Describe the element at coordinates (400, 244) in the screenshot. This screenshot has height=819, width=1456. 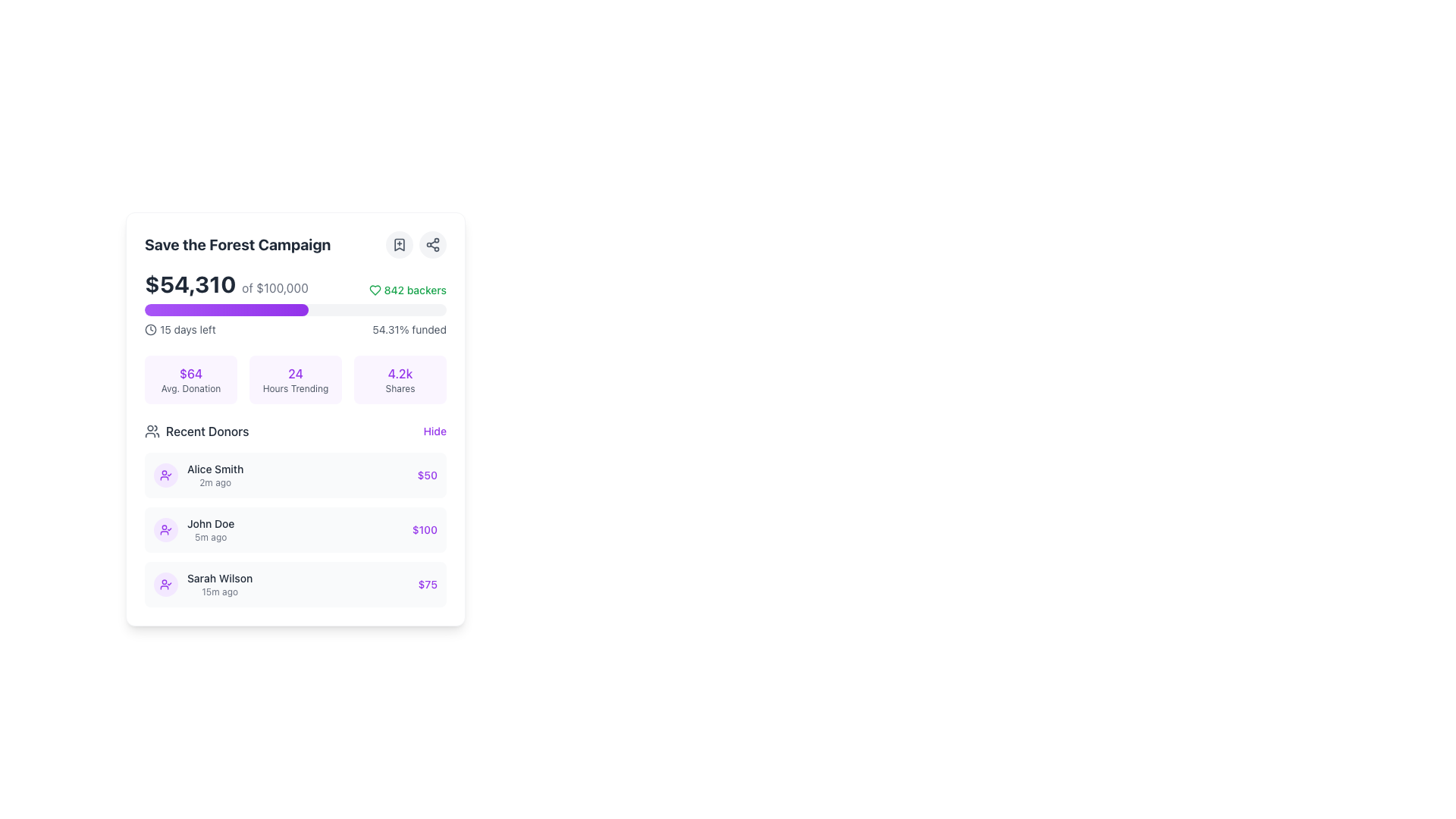
I see `the button located at the top-right corner of the card that allows the user to add or bookmark the campaign` at that location.